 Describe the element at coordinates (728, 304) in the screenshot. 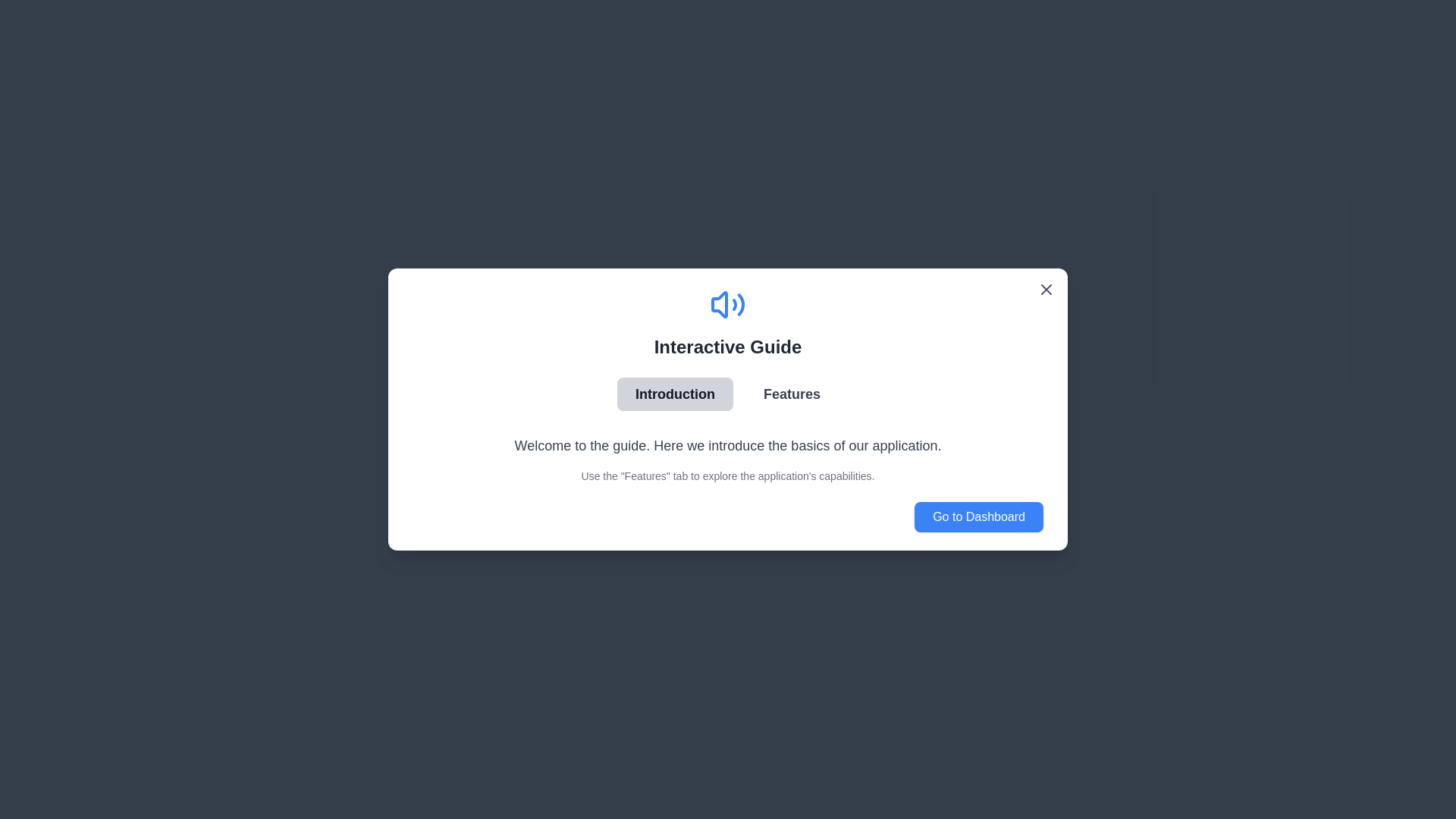

I see `the iconographic representation (SVG) that visually represents audio or sound settings, located at the center of the dialog box above the heading 'Interactive Guide'` at that location.